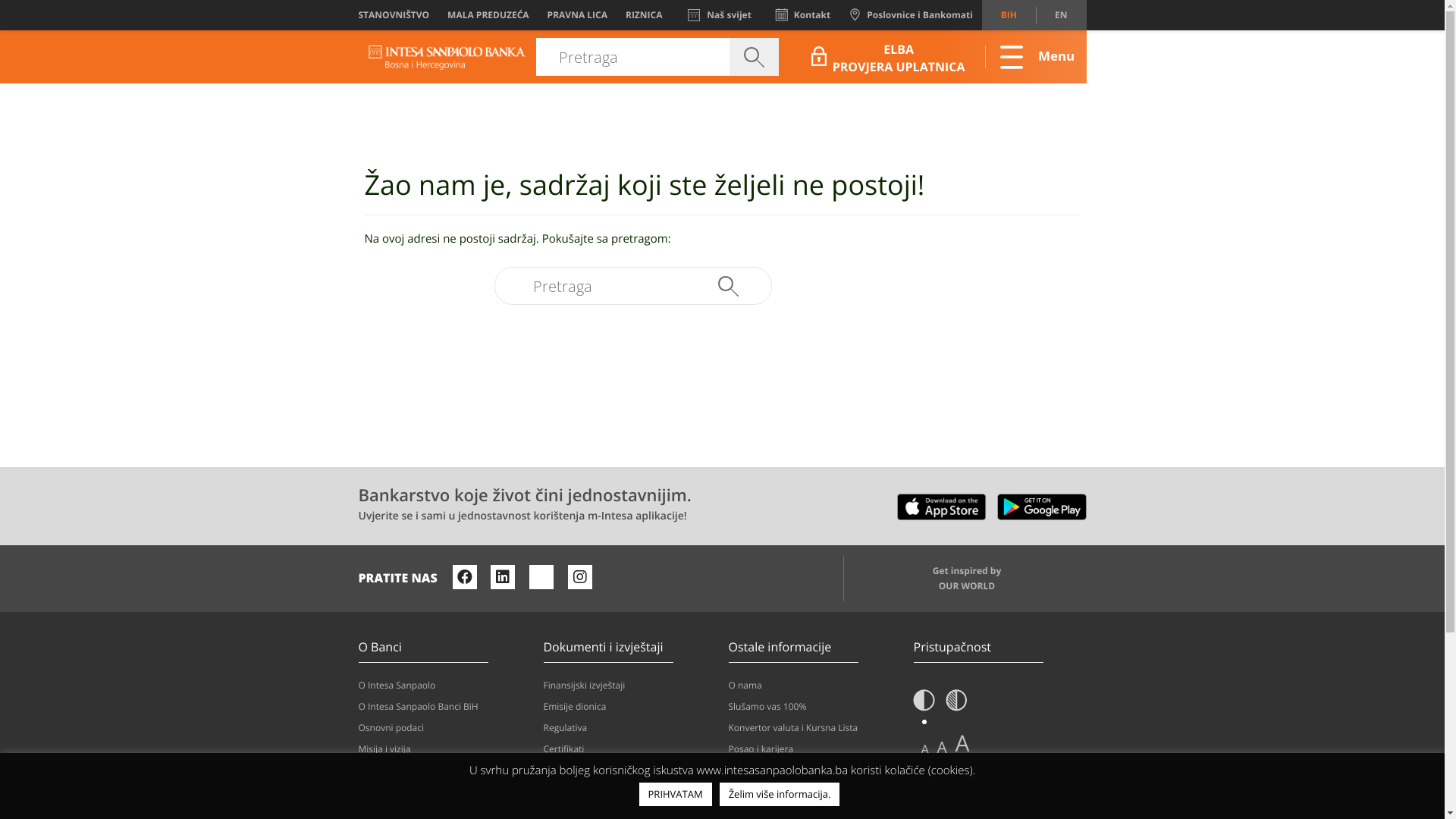 This screenshot has width=1456, height=819. Describe the element at coordinates (356, 748) in the screenshot. I see `'Misija i vizija'` at that location.